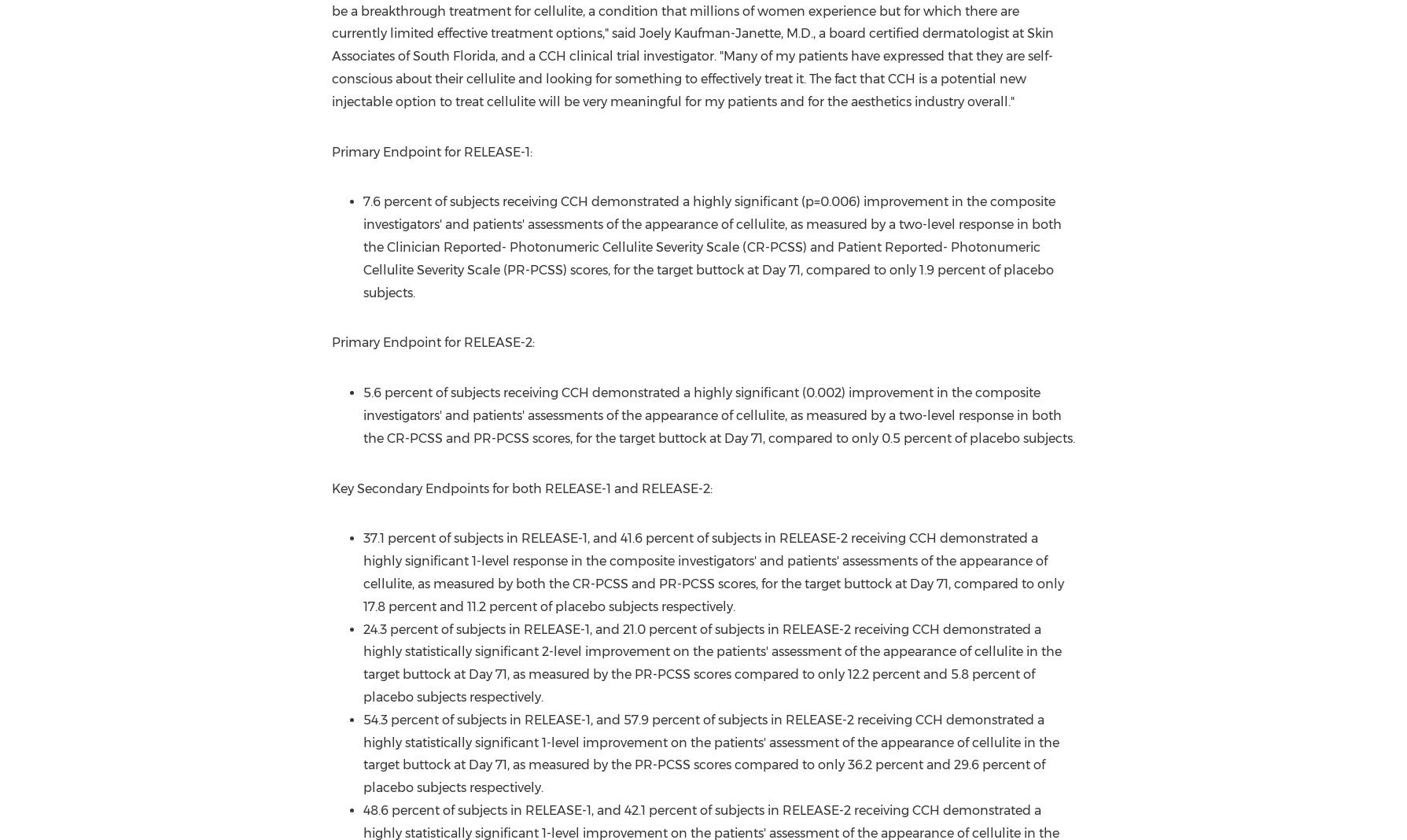  What do you see at coordinates (711, 661) in the screenshot?
I see `'24.3 percent of subjects in RELEASE-1, and 21.0 percent of subjects in RELEASE-2 receiving CCH demonstrated a highly statistically significant 2-level improvement on the patients' assessment of the appearance of cellulite in the target buttock at Day 71, as measured by the PR-PCSS scores compared to only 12.2 percent and 5.8 percent of placebo subjects respectively.'` at bounding box center [711, 661].